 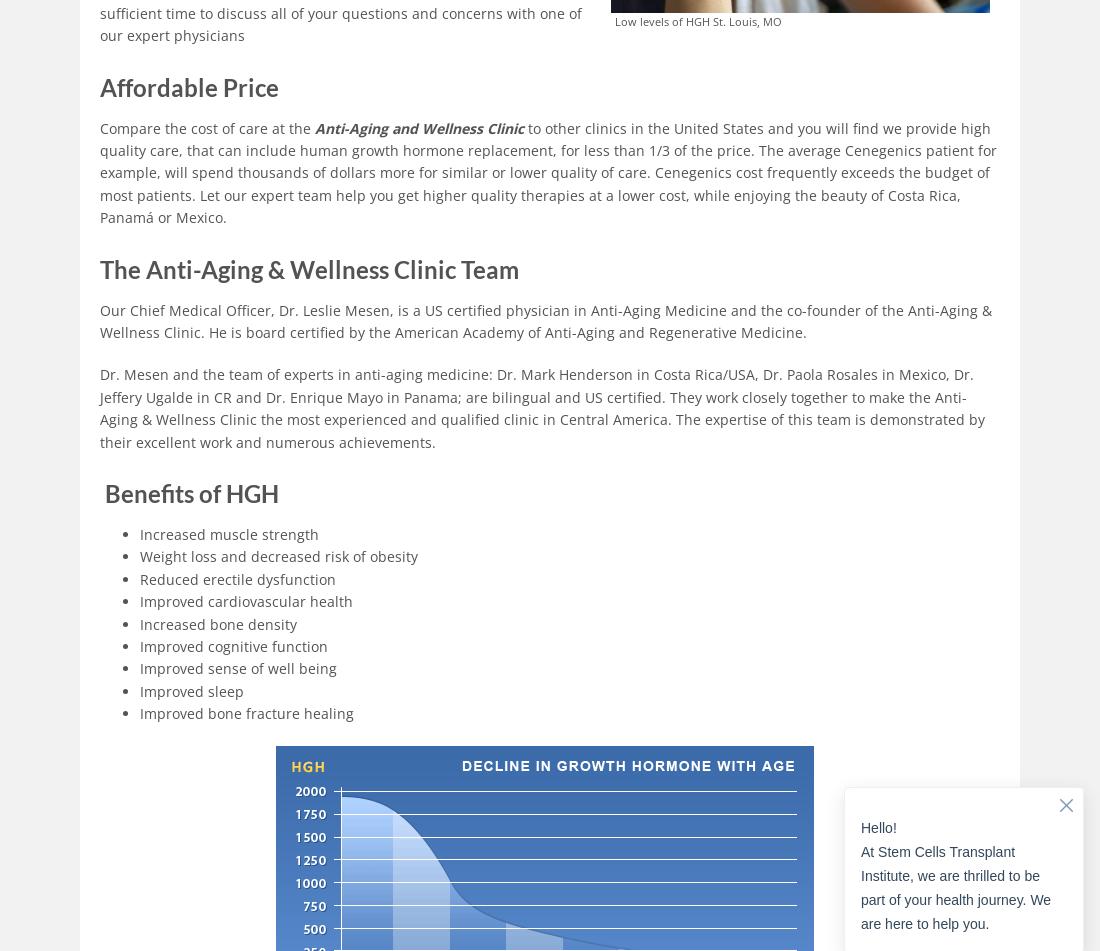 What do you see at coordinates (233, 644) in the screenshot?
I see `'Improved cognitive function'` at bounding box center [233, 644].